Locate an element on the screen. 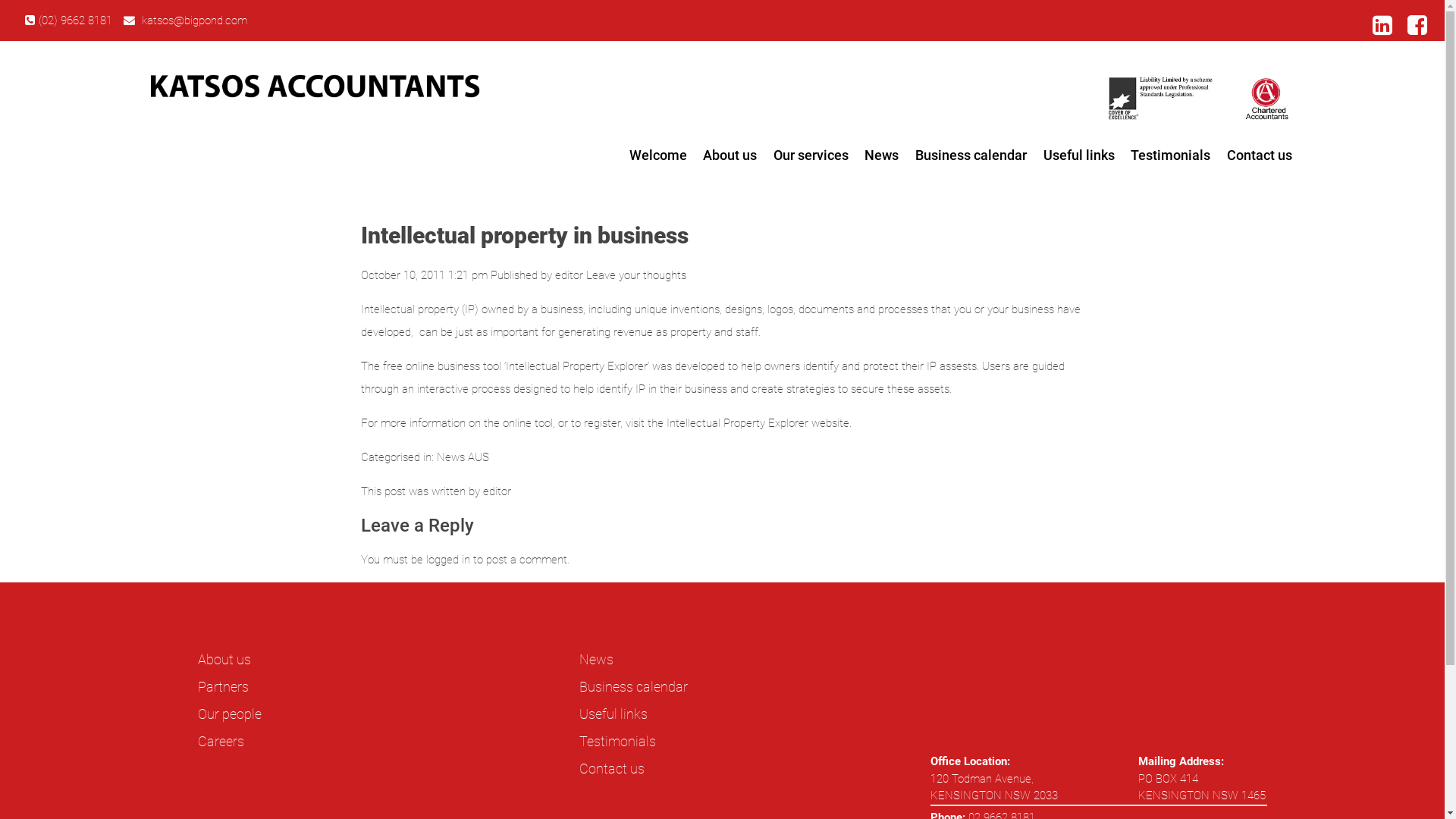 The image size is (1456, 819). 'logo' is located at coordinates (313, 86).